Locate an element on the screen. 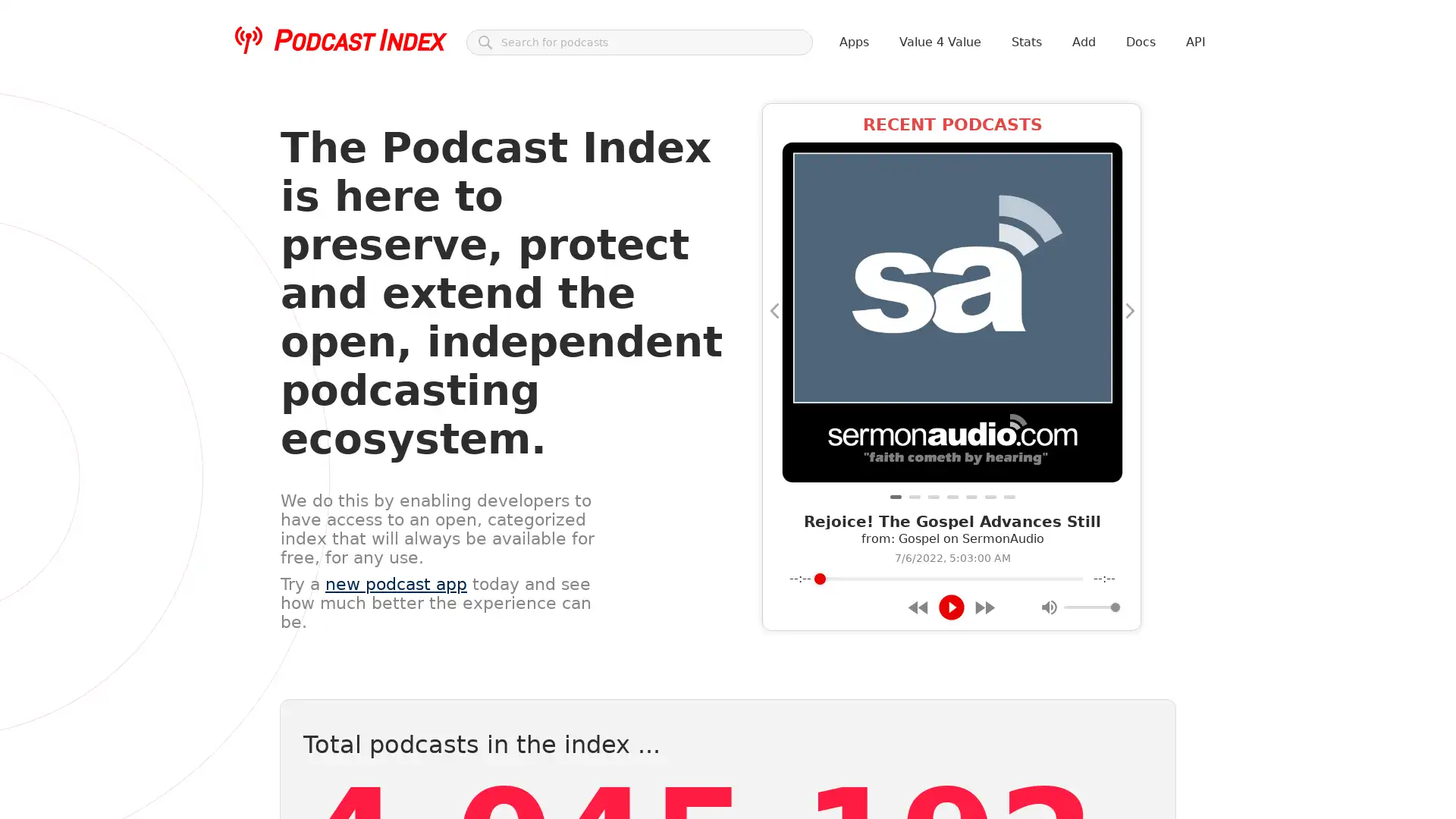 The width and height of the screenshot is (1456, 819). Forward is located at coordinates (984, 606).